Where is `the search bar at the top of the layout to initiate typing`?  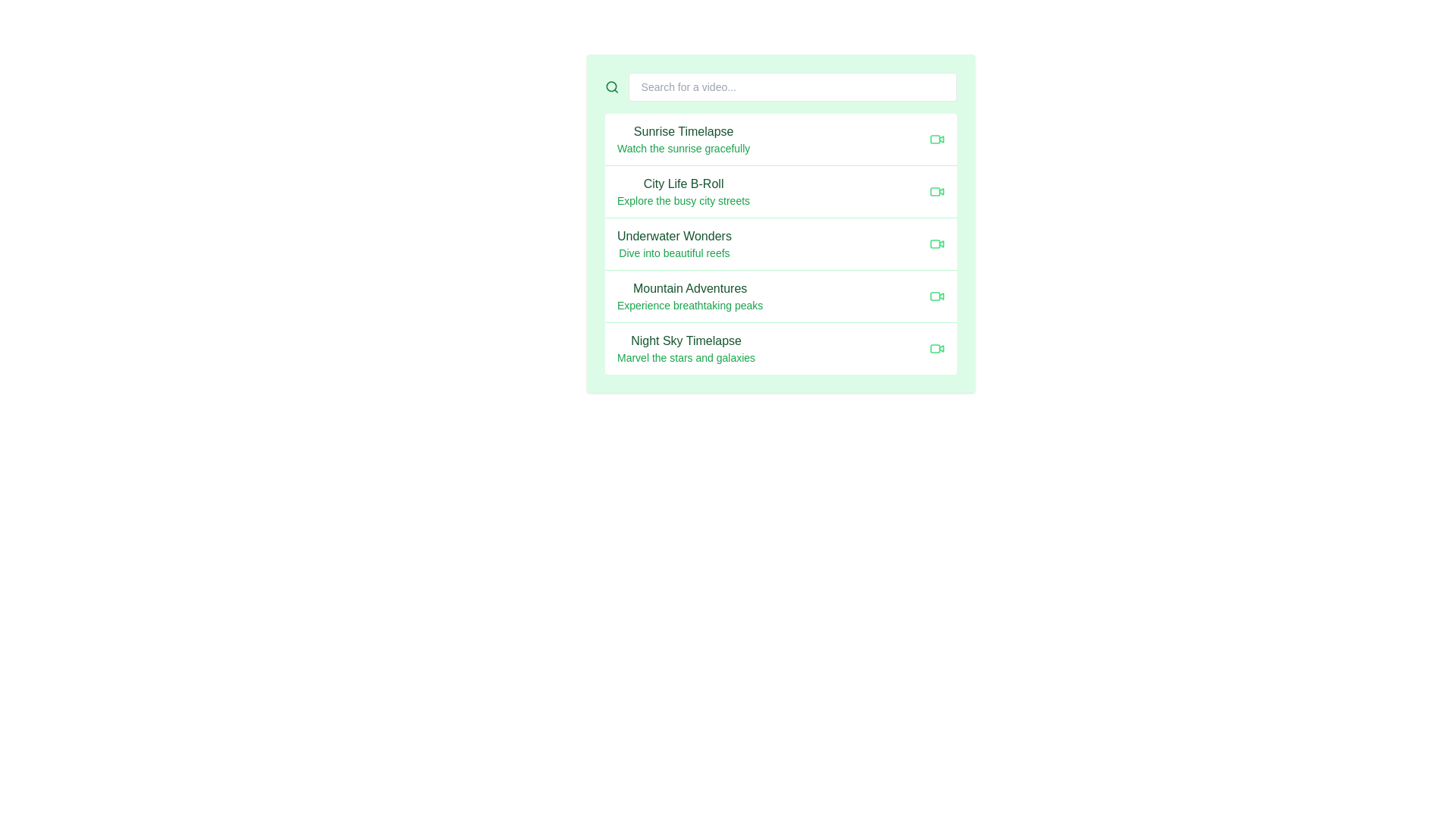
the search bar at the top of the layout to initiate typing is located at coordinates (781, 87).